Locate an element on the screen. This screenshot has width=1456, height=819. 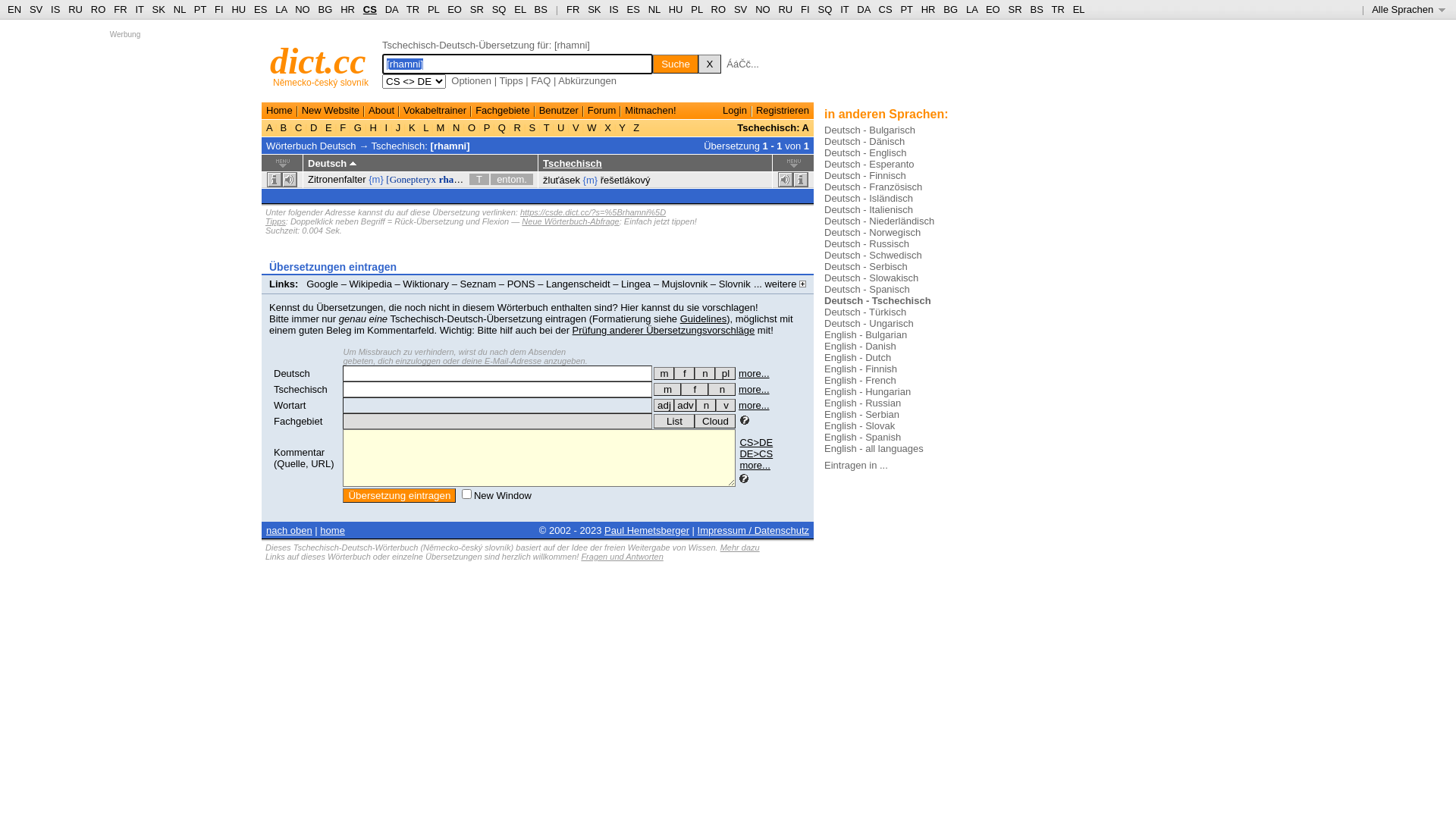
'CS' is located at coordinates (370, 9).